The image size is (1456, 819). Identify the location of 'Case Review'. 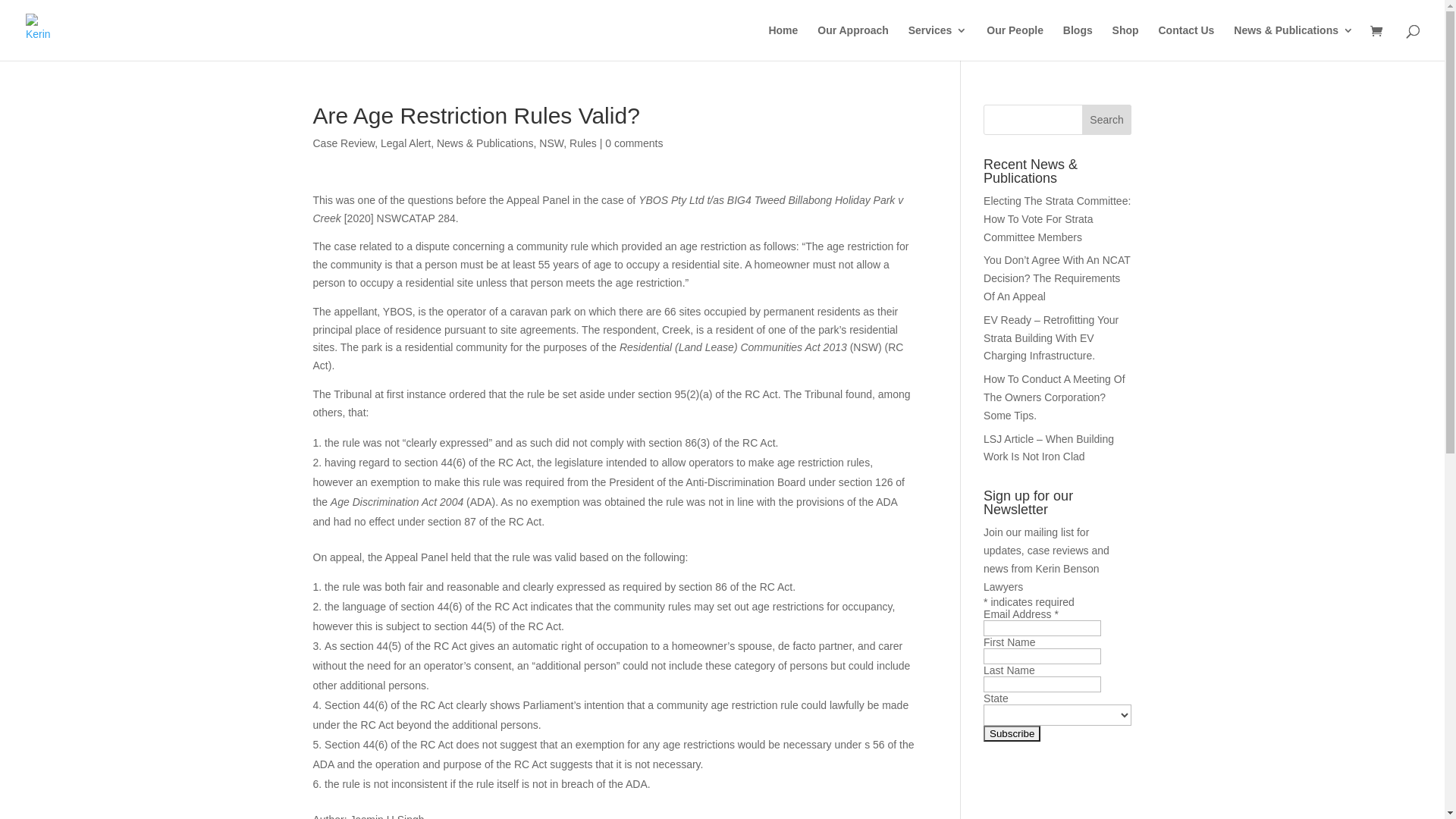
(342, 143).